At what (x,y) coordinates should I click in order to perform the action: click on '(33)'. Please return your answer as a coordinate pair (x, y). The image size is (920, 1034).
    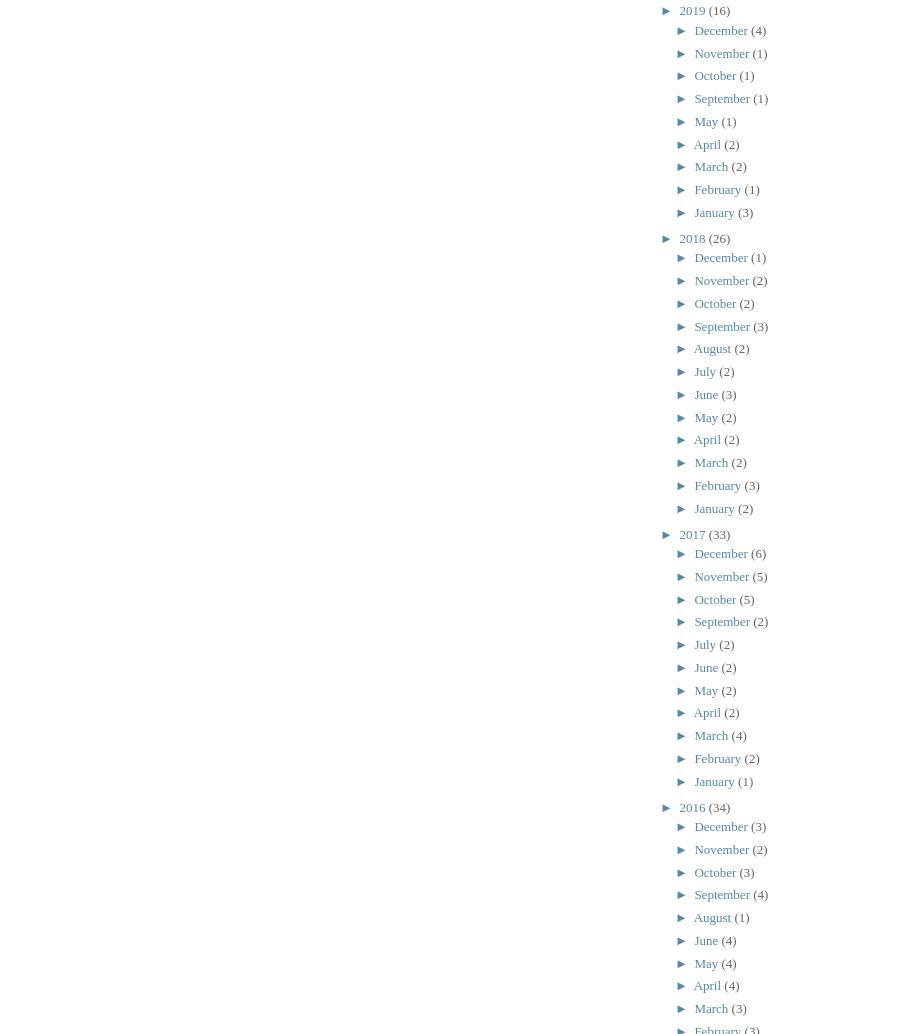
    Looking at the image, I should click on (718, 533).